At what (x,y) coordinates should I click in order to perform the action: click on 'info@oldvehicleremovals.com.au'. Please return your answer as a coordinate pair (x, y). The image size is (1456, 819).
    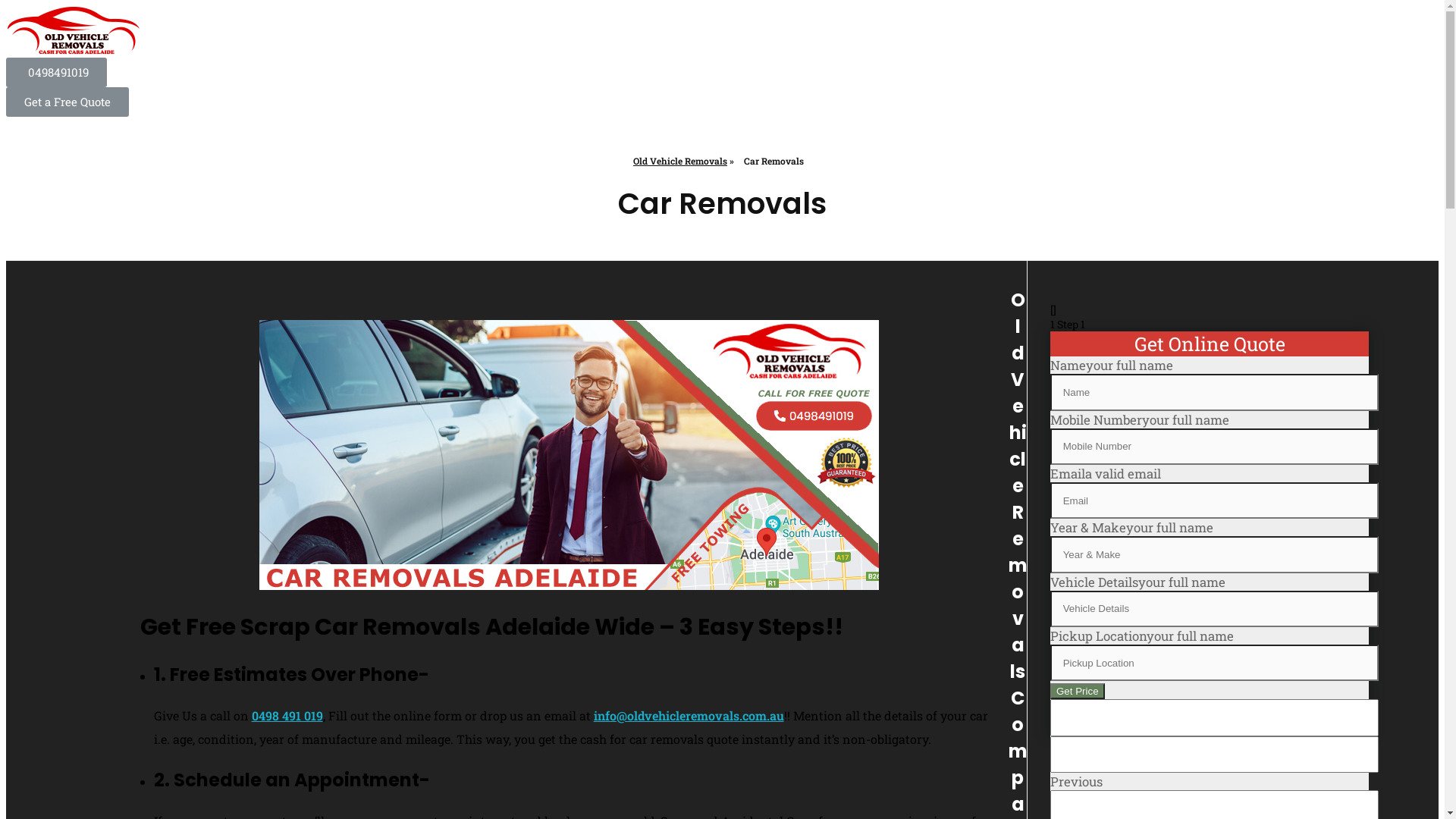
    Looking at the image, I should click on (688, 715).